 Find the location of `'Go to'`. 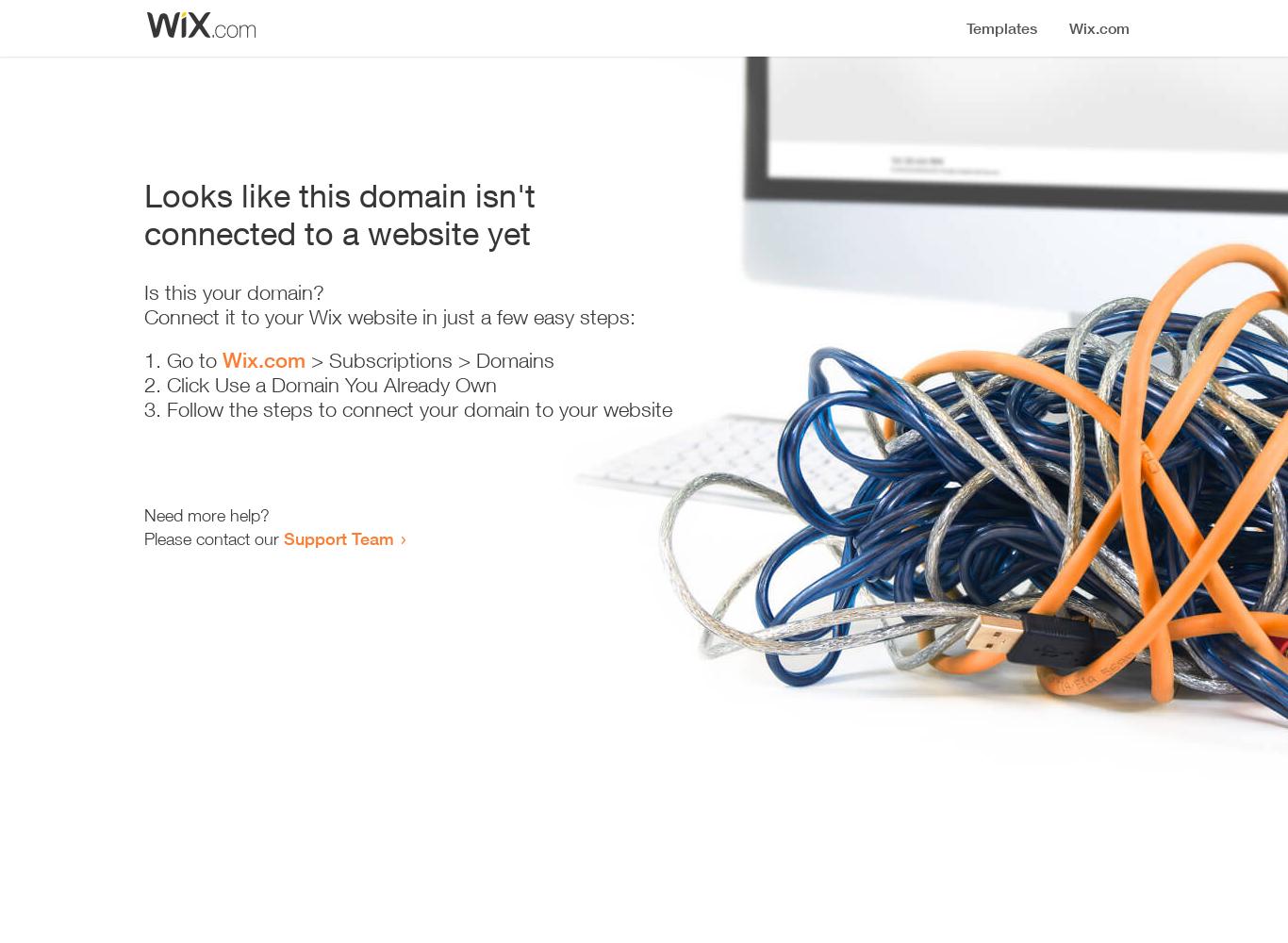

'Go to' is located at coordinates (193, 360).